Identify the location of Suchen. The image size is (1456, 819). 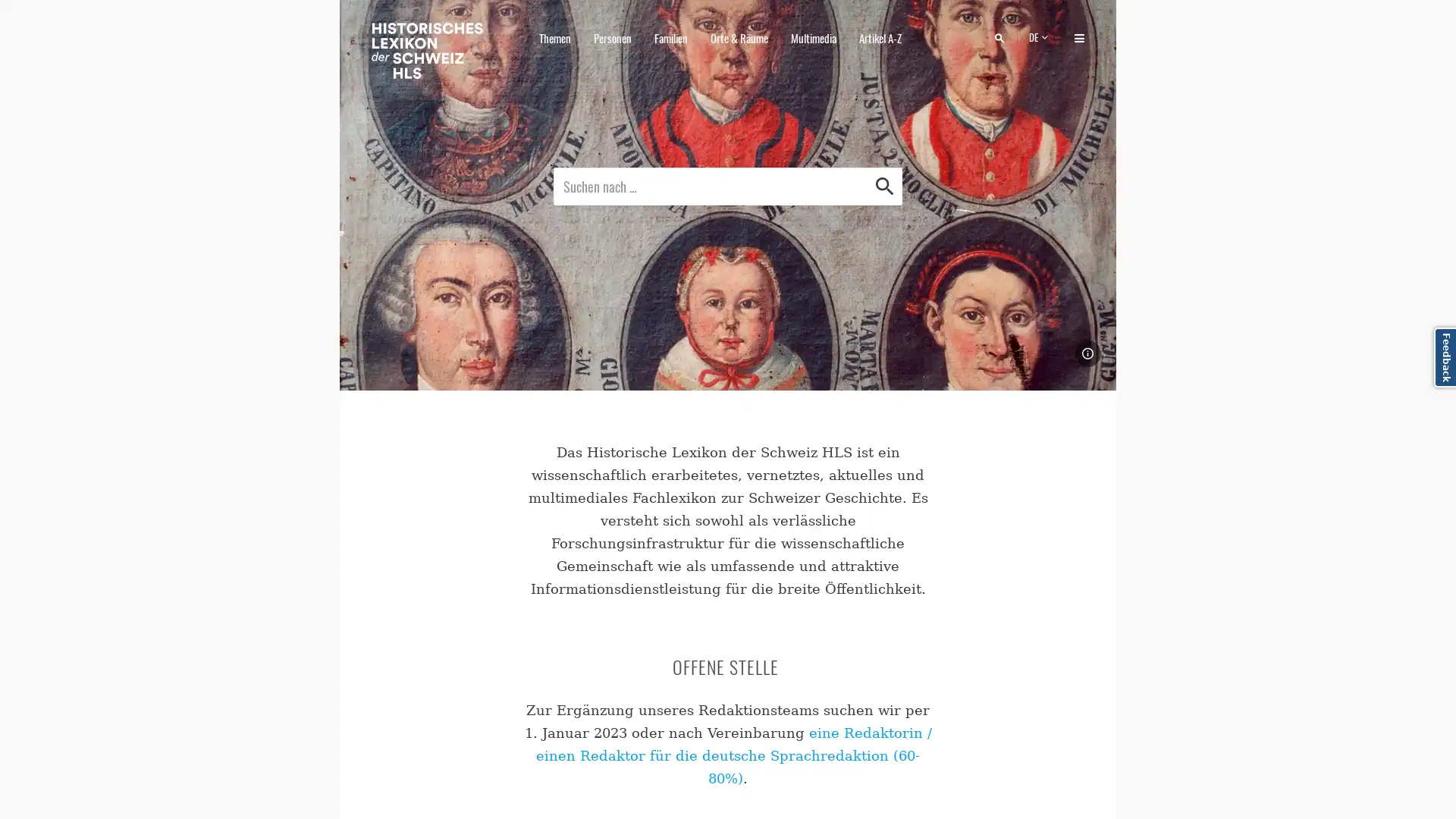
(884, 185).